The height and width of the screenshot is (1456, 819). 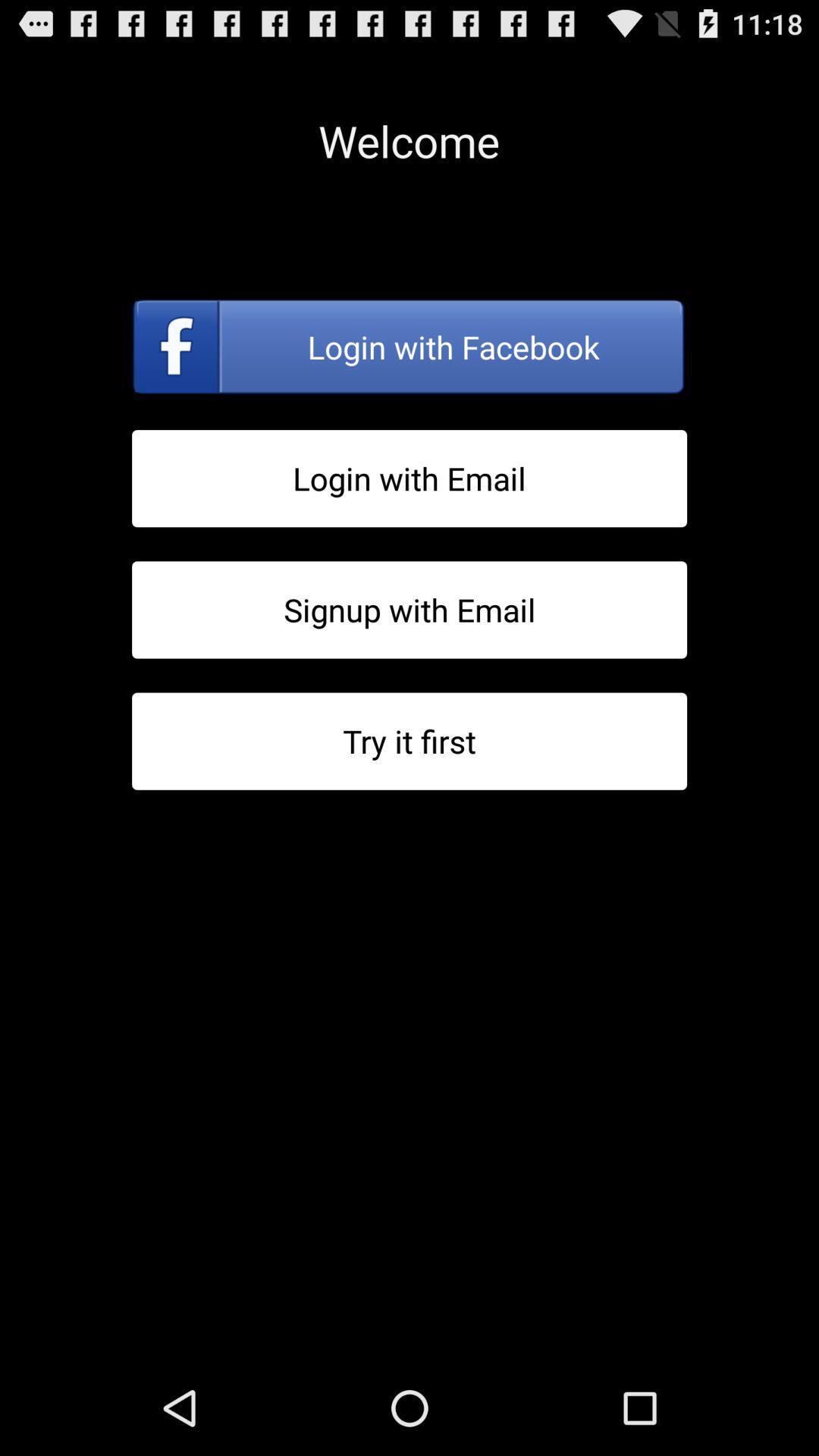 What do you see at coordinates (409, 741) in the screenshot?
I see `try app without creating account` at bounding box center [409, 741].